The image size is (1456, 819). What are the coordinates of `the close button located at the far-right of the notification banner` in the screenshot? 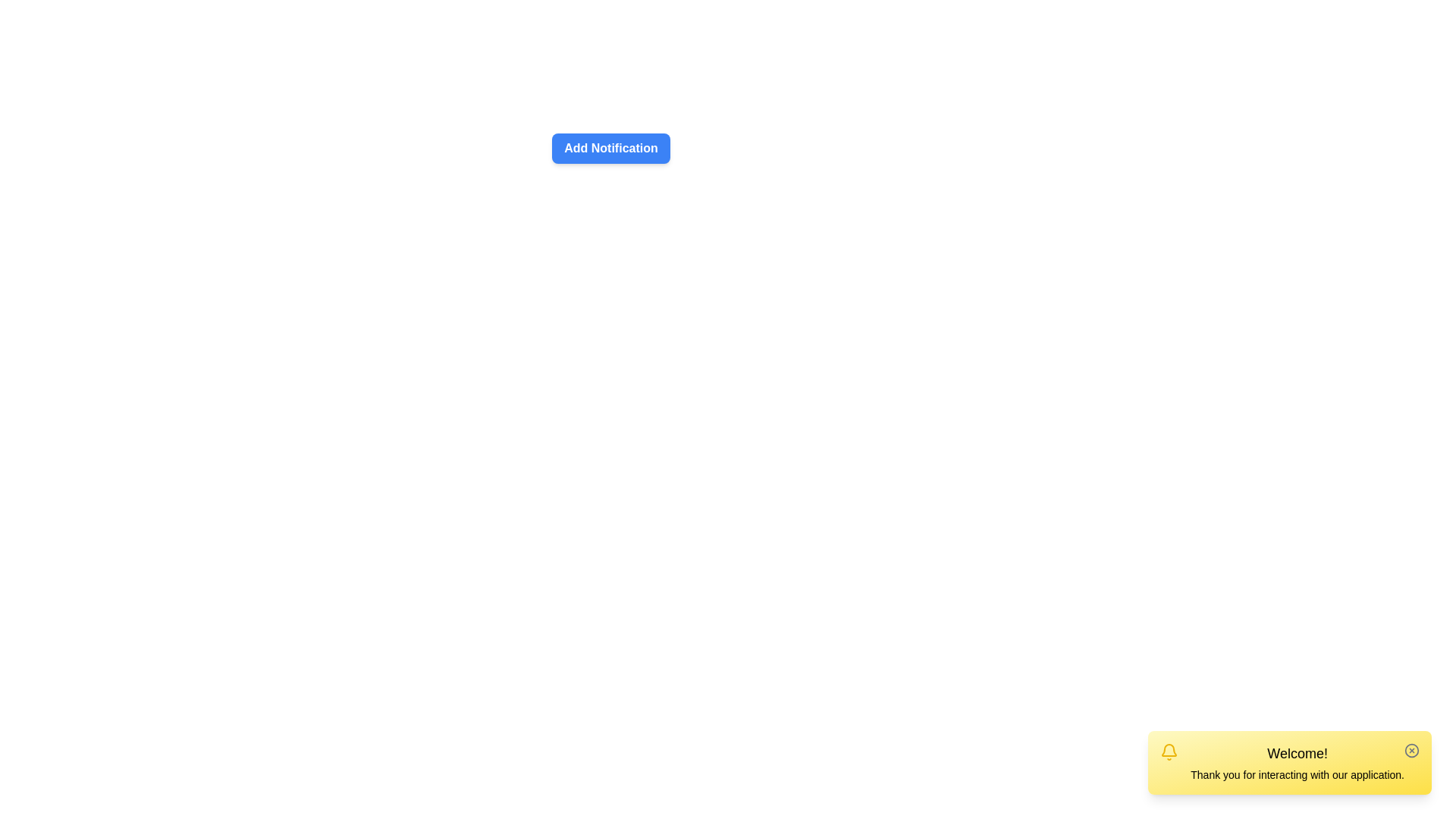 It's located at (1411, 751).